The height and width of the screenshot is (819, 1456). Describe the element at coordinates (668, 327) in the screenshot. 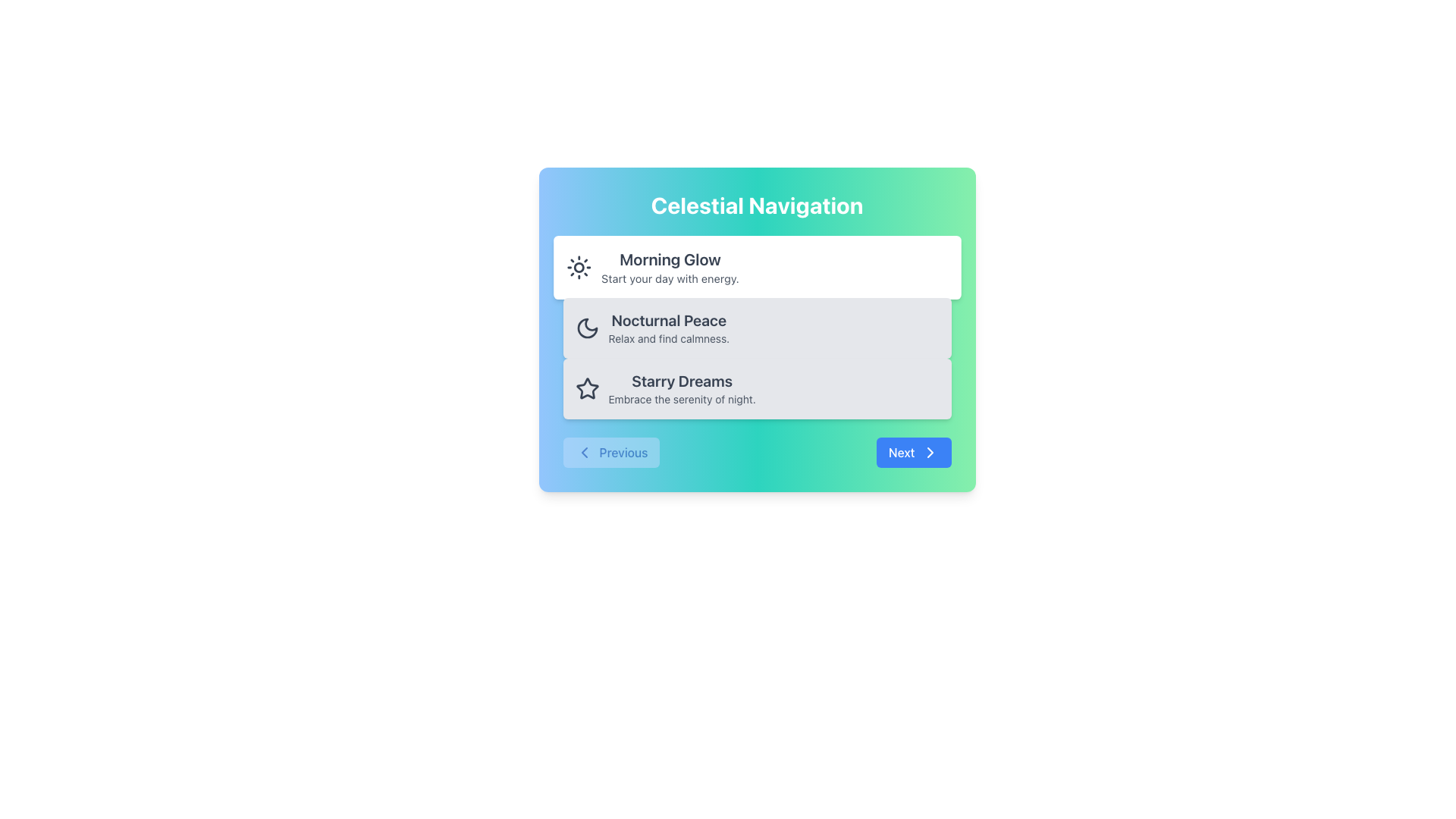

I see `displayed text in the Text Display Component titled 'Nocturnal Peace', which includes the subtitle 'Relax and find calmness.'` at that location.